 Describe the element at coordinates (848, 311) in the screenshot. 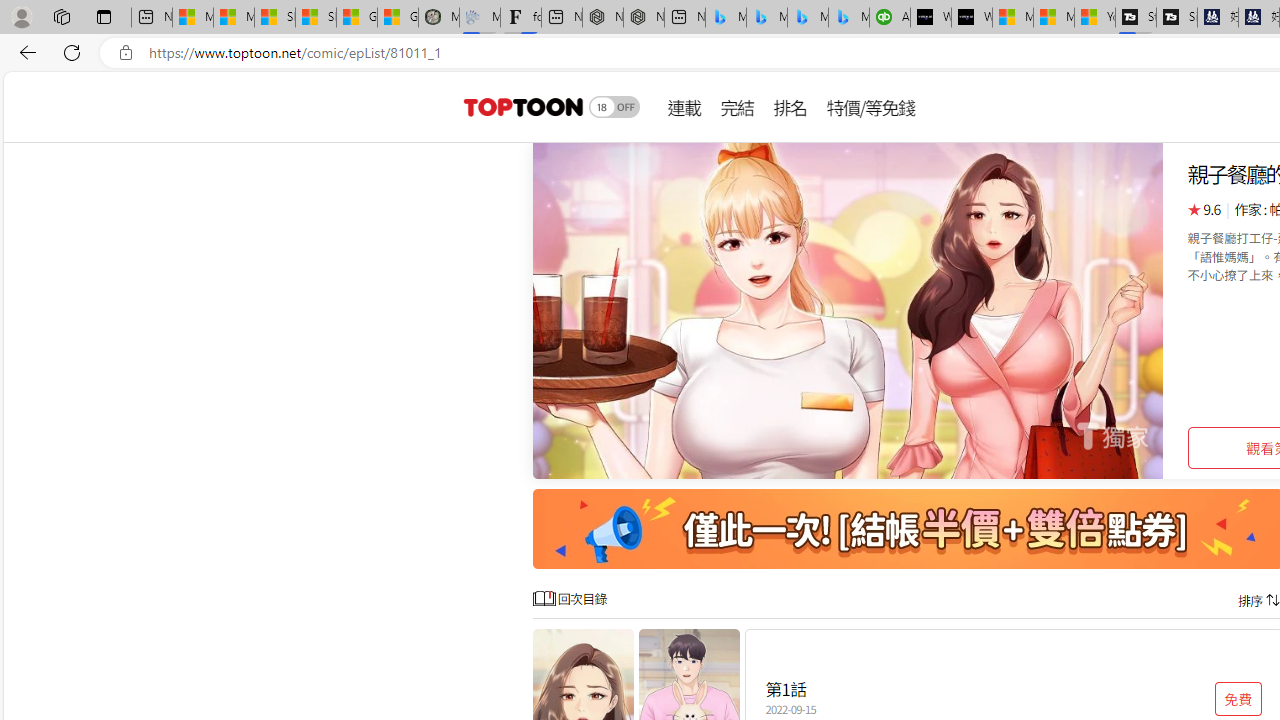

I see `'Class: swiper-slide'` at that location.